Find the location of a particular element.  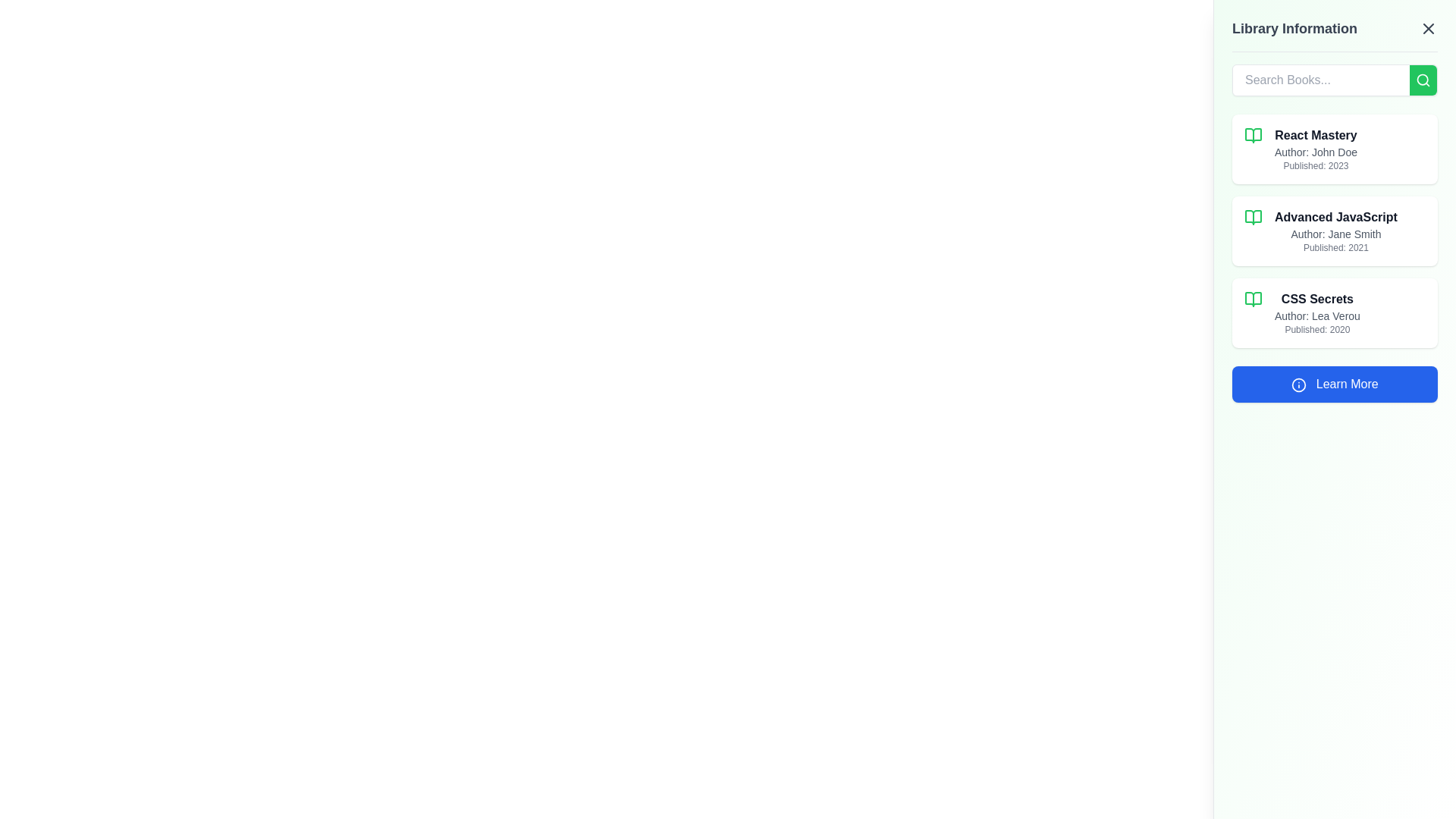

the text label displaying the author's name 'Author: Lea Verou', which is styled in gray and positioned beneath the title 'CSS Secrets' and above the publication date 'Published: 2020' is located at coordinates (1316, 315).